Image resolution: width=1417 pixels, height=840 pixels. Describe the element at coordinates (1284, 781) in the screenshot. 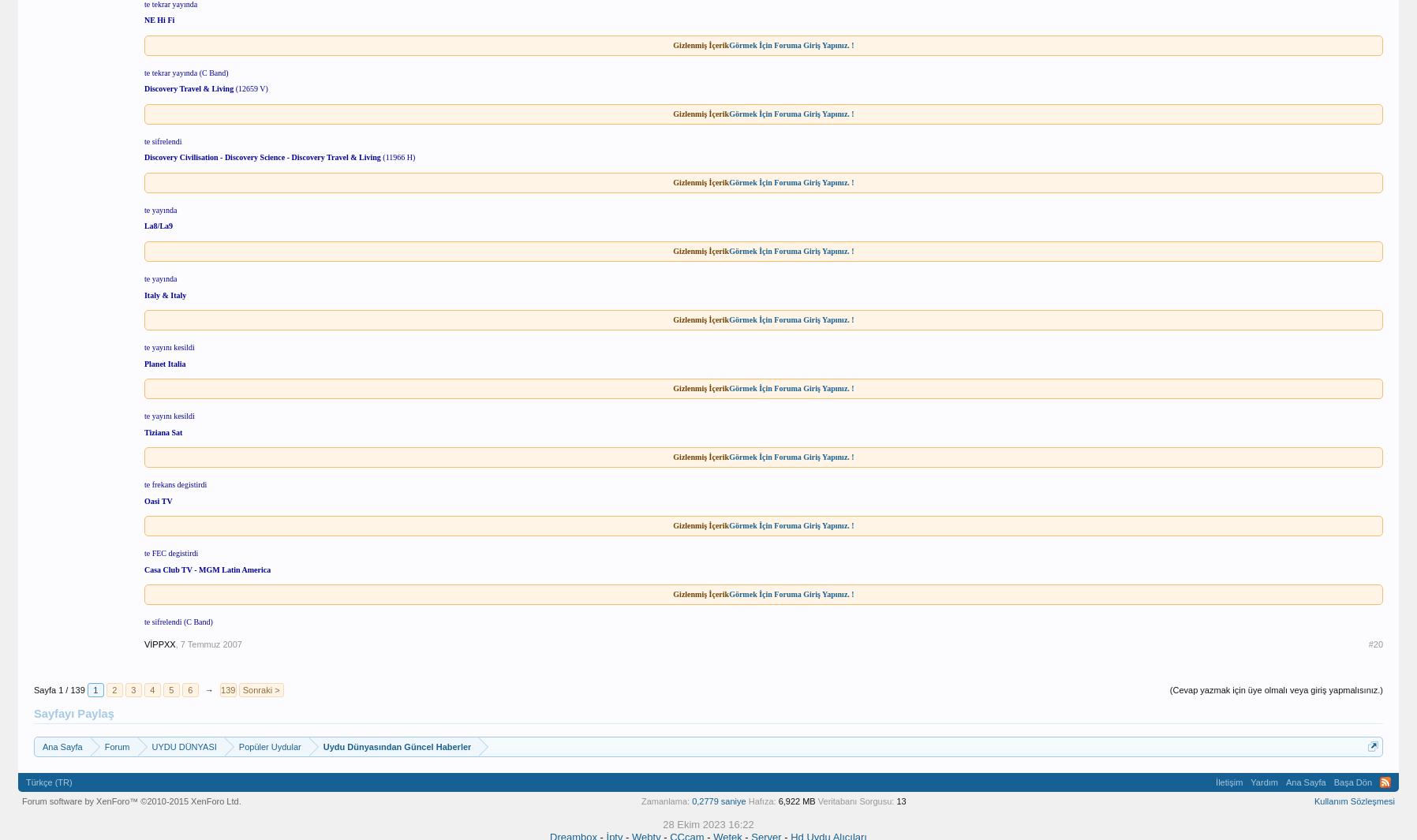

I see `'Ana Sayfa'` at that location.